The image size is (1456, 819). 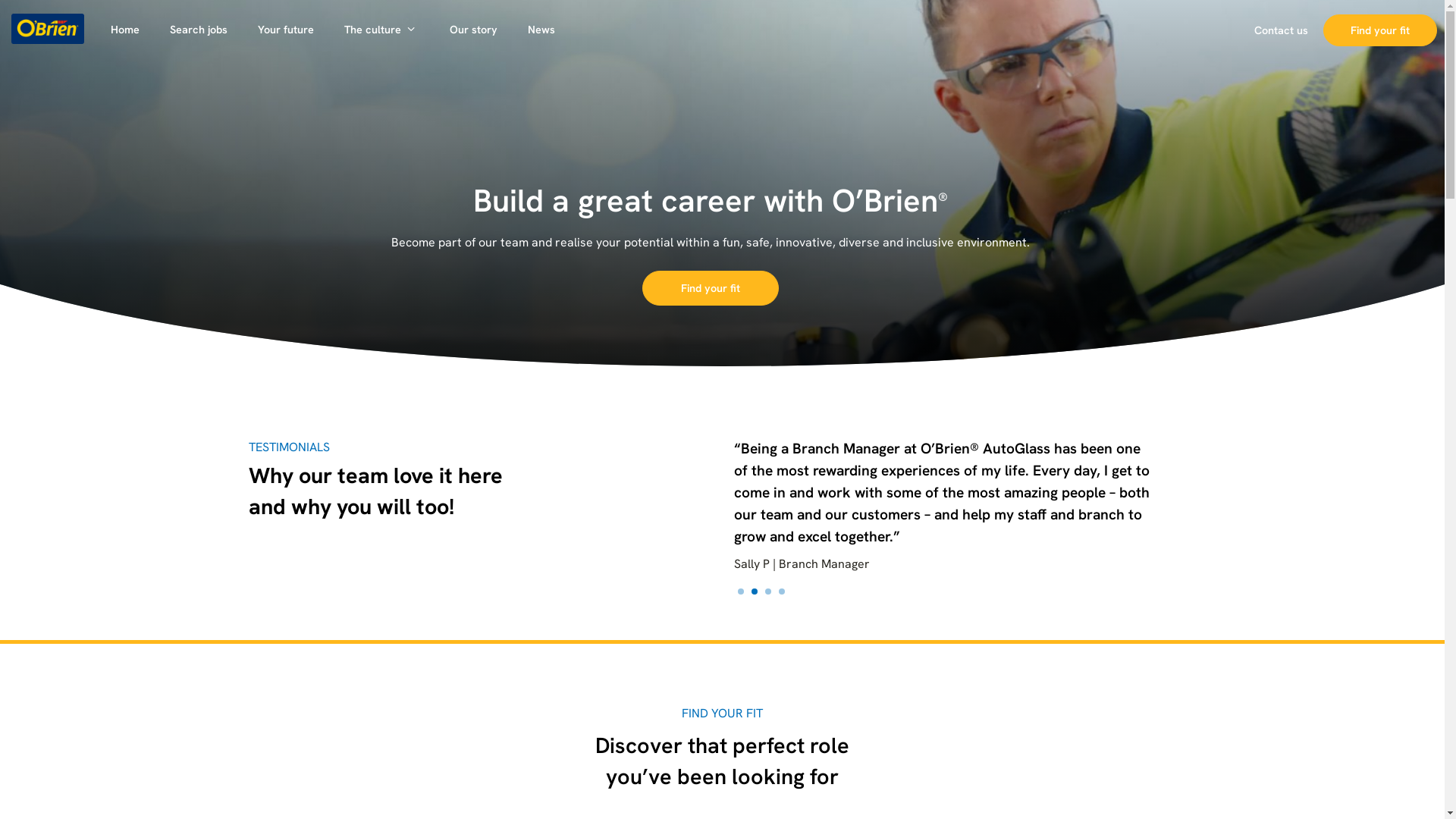 What do you see at coordinates (709, 288) in the screenshot?
I see `'Find your fit'` at bounding box center [709, 288].